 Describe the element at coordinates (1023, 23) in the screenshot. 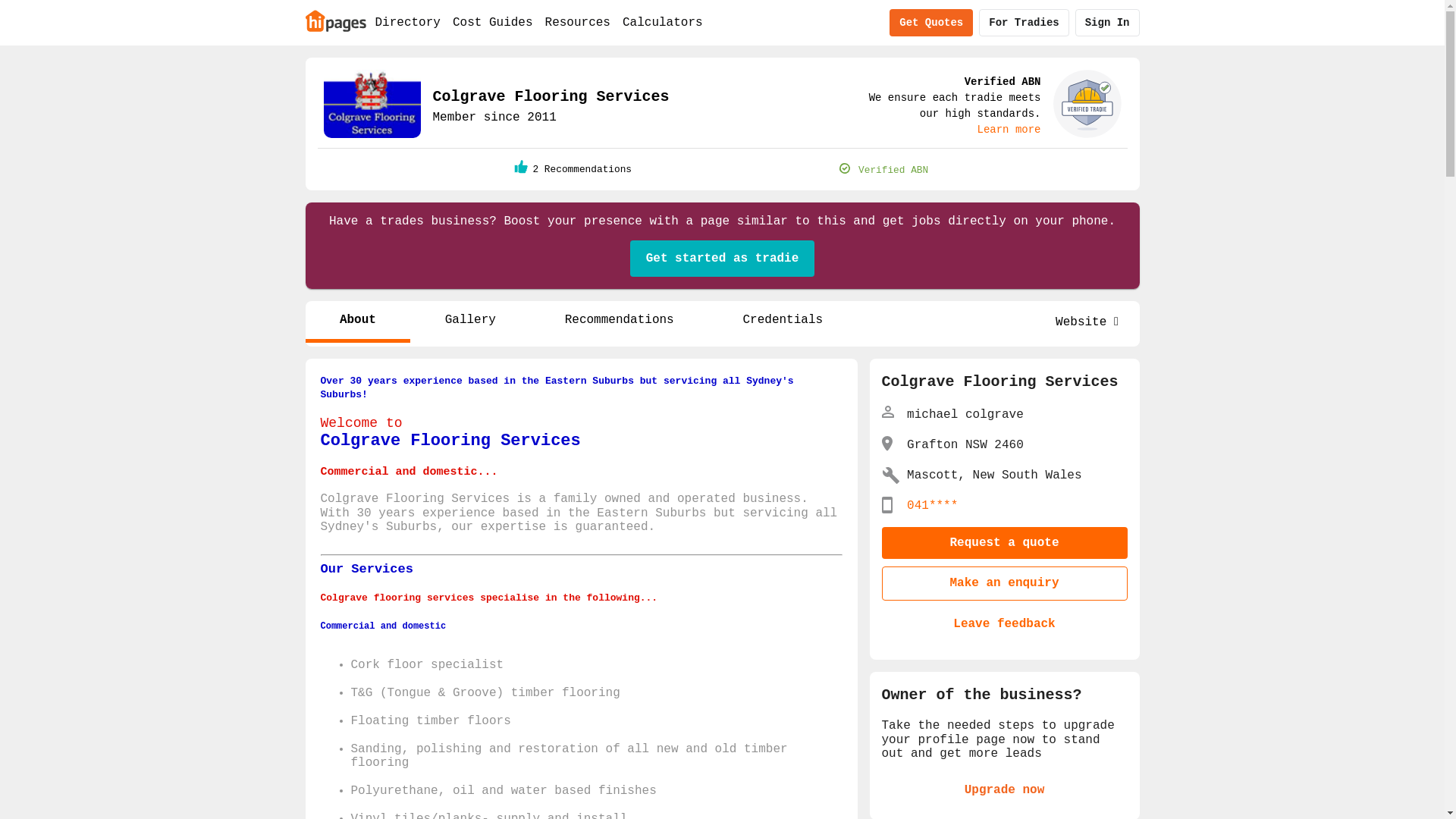

I see `'For Tradies'` at that location.